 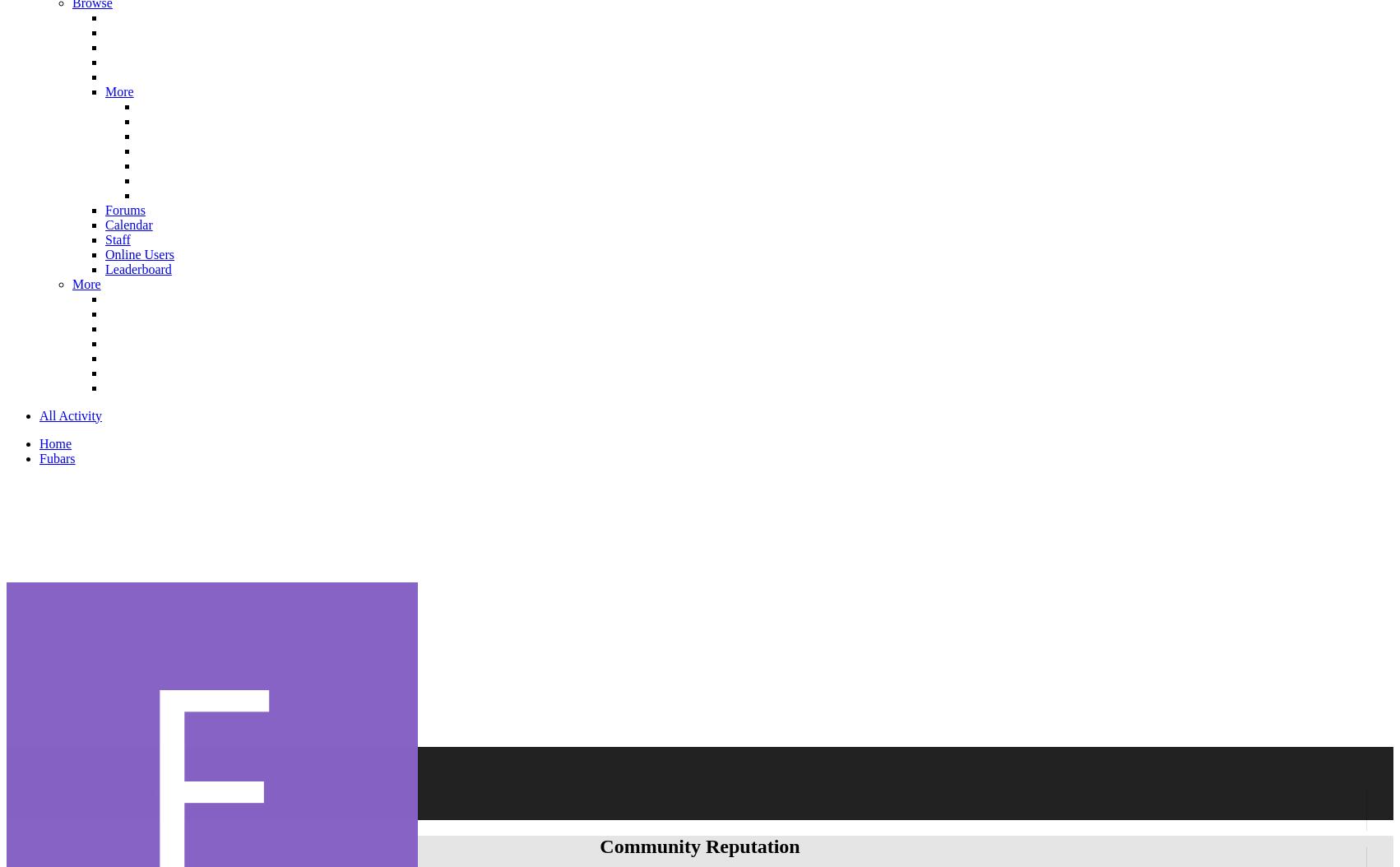 I want to click on 'See their activity', so click(x=245, y=761).